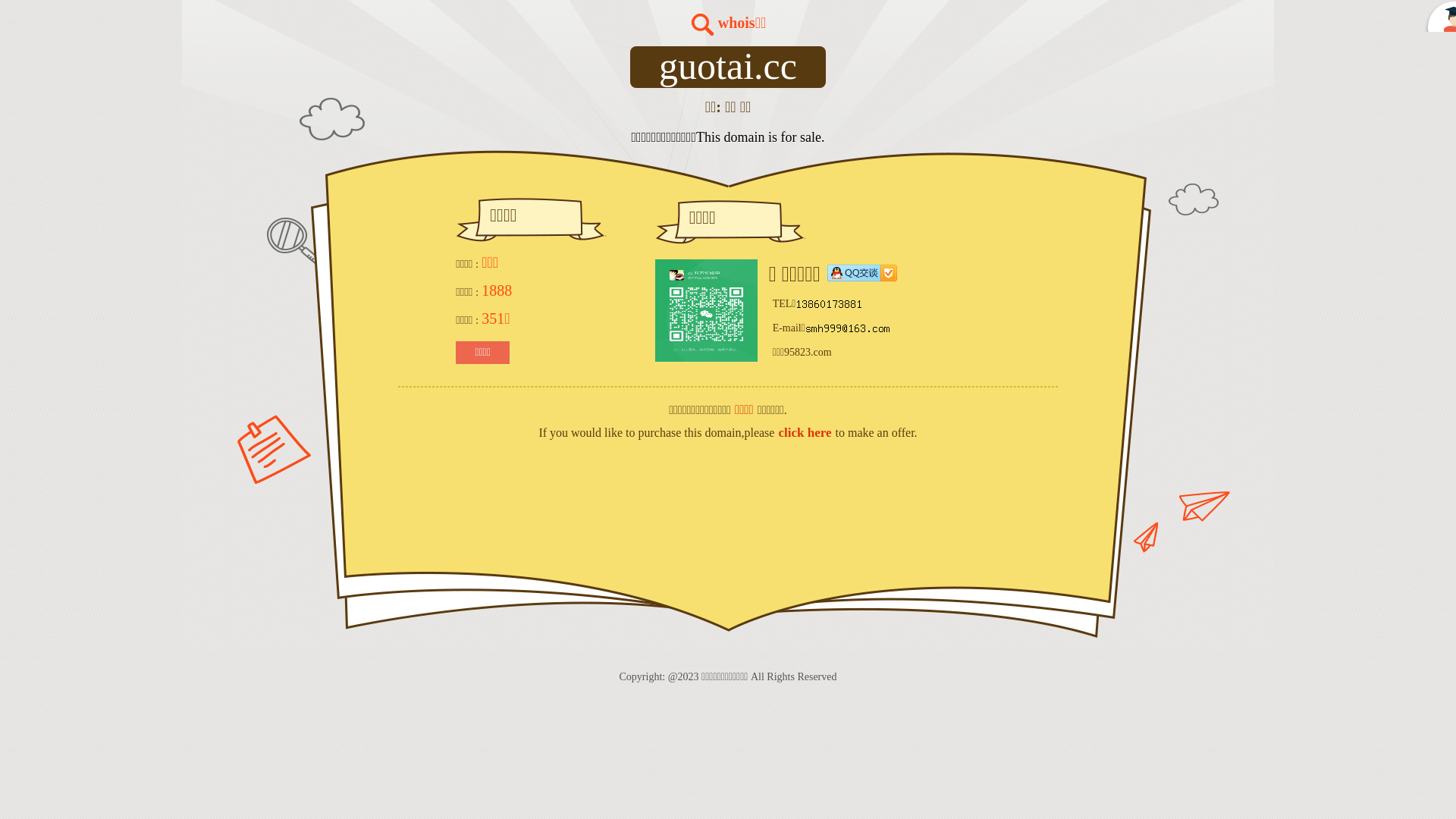 The width and height of the screenshot is (1456, 819). What do you see at coordinates (803, 432) in the screenshot?
I see `'click here'` at bounding box center [803, 432].